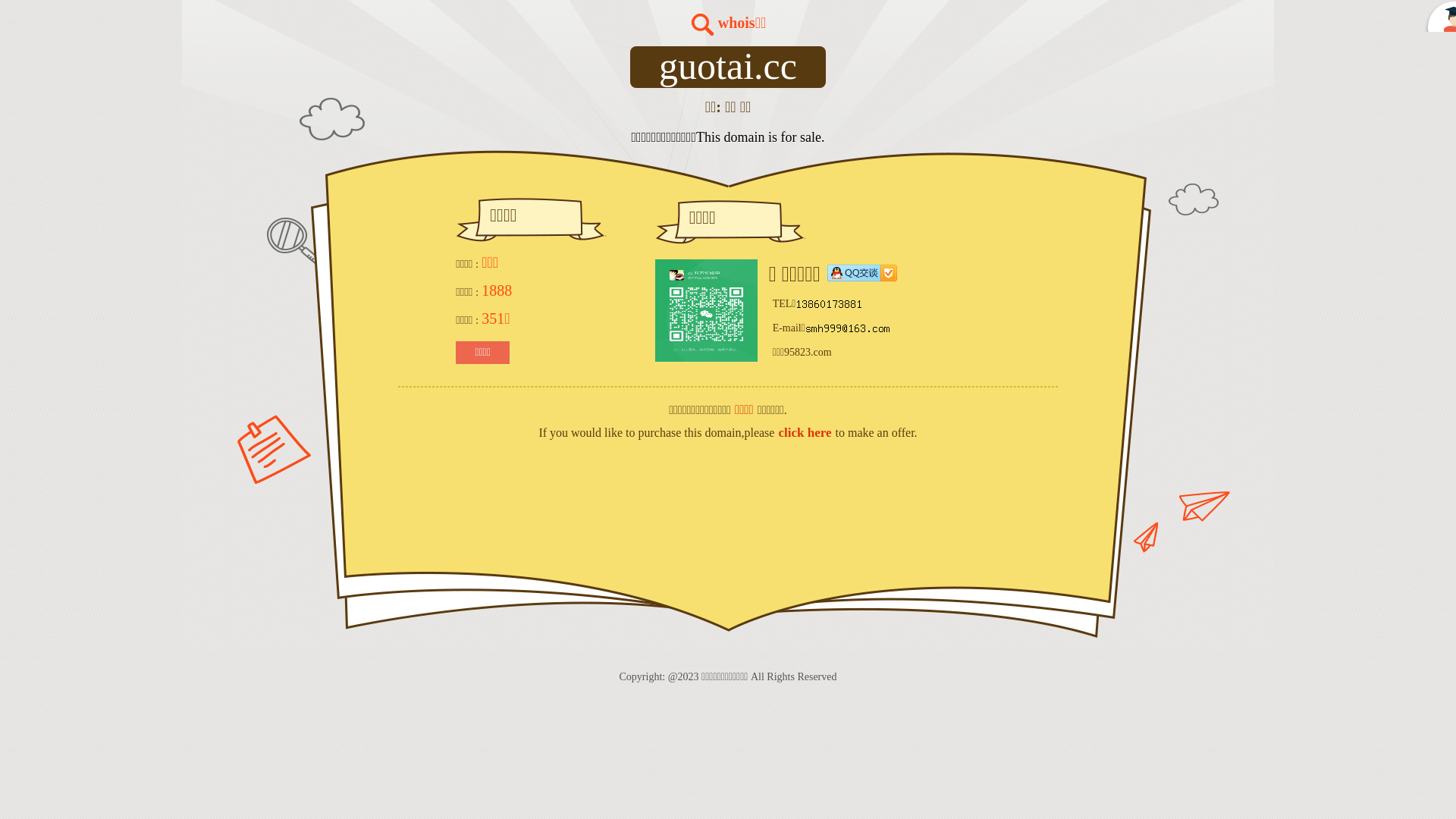 The width and height of the screenshot is (1456, 819). What do you see at coordinates (803, 432) in the screenshot?
I see `'click here'` at bounding box center [803, 432].